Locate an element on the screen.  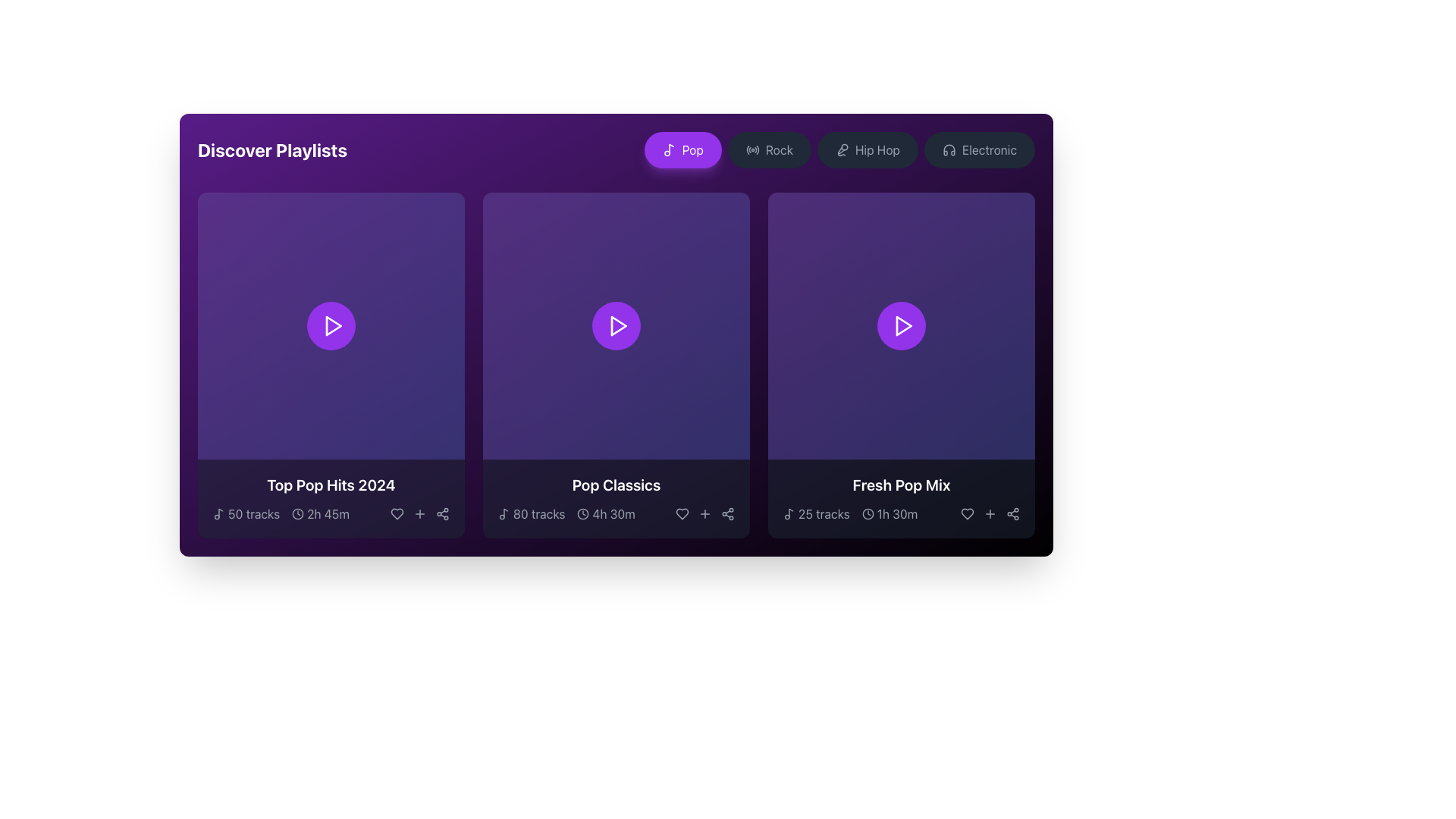
the share-like icon button, which is represented by three connected circular nodes in a triangular arrangement at the bottom-right corner of the 'Pop Classics' playlist card is located at coordinates (728, 513).